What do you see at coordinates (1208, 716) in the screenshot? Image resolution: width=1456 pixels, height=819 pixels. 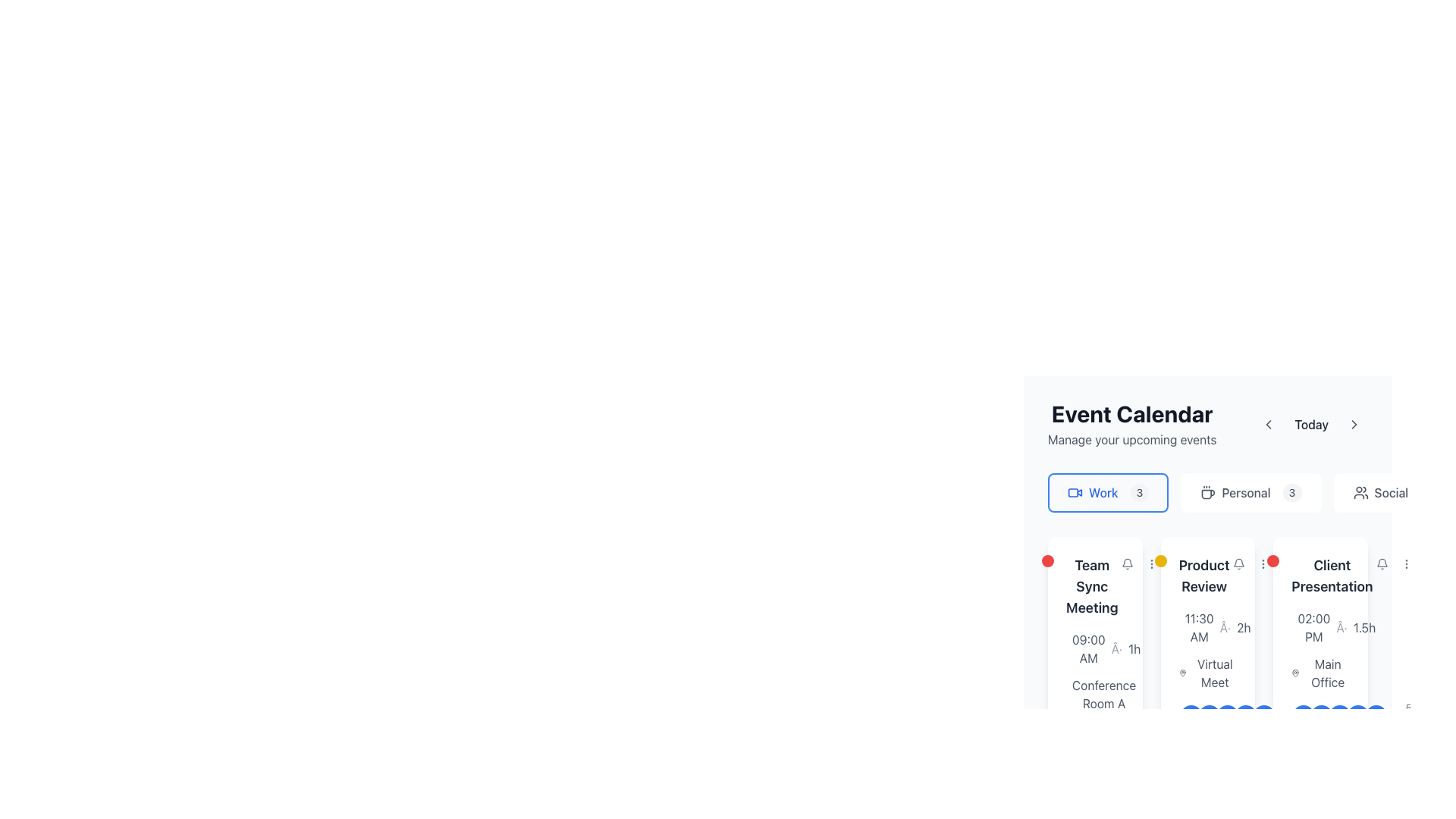 I see `the static text content that serves as a visual label within a circular decorative component located towards the bottom-right section of the main interface` at bounding box center [1208, 716].